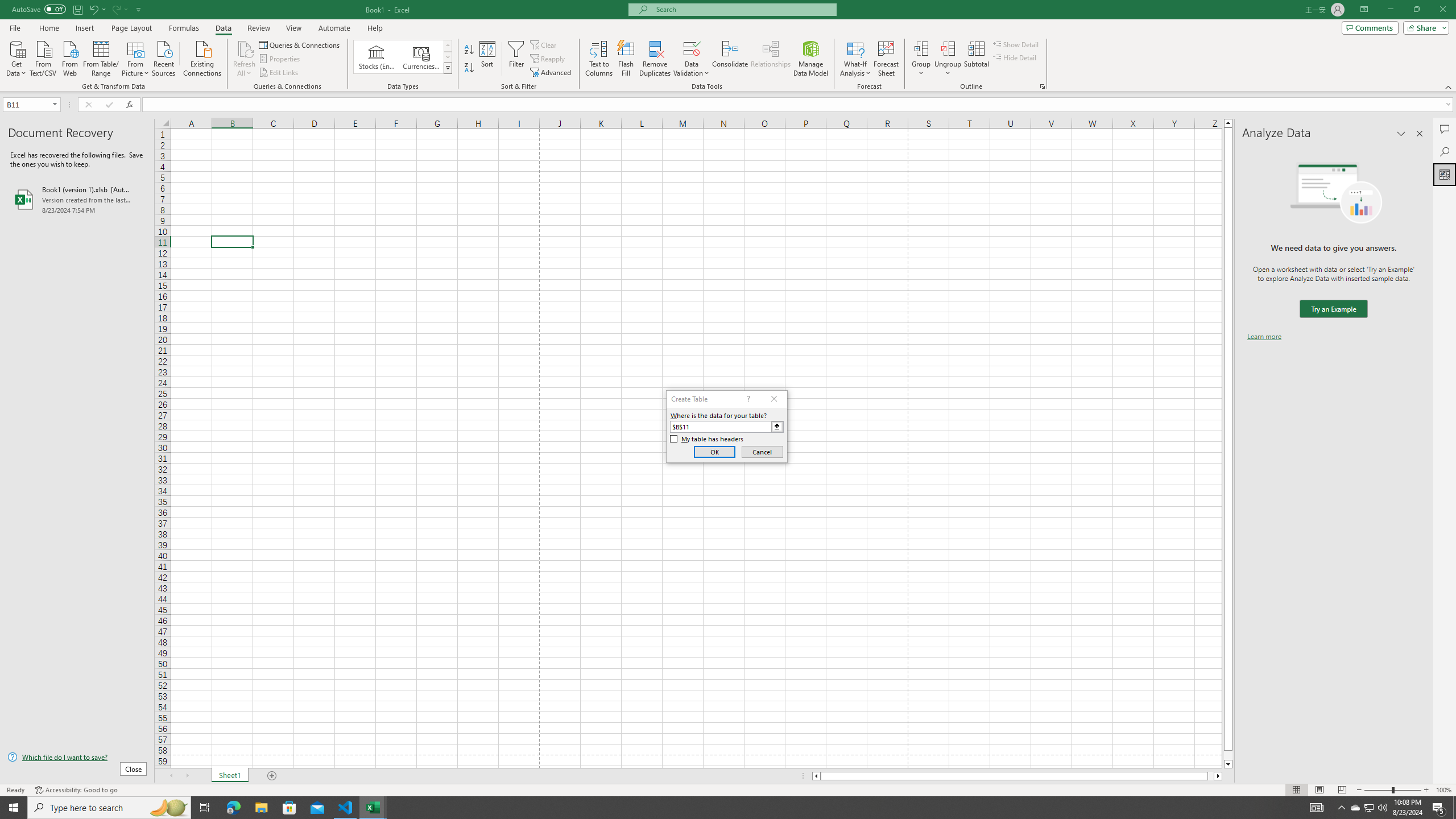 The width and height of the screenshot is (1456, 819). I want to click on 'Learn more', so click(1264, 336).